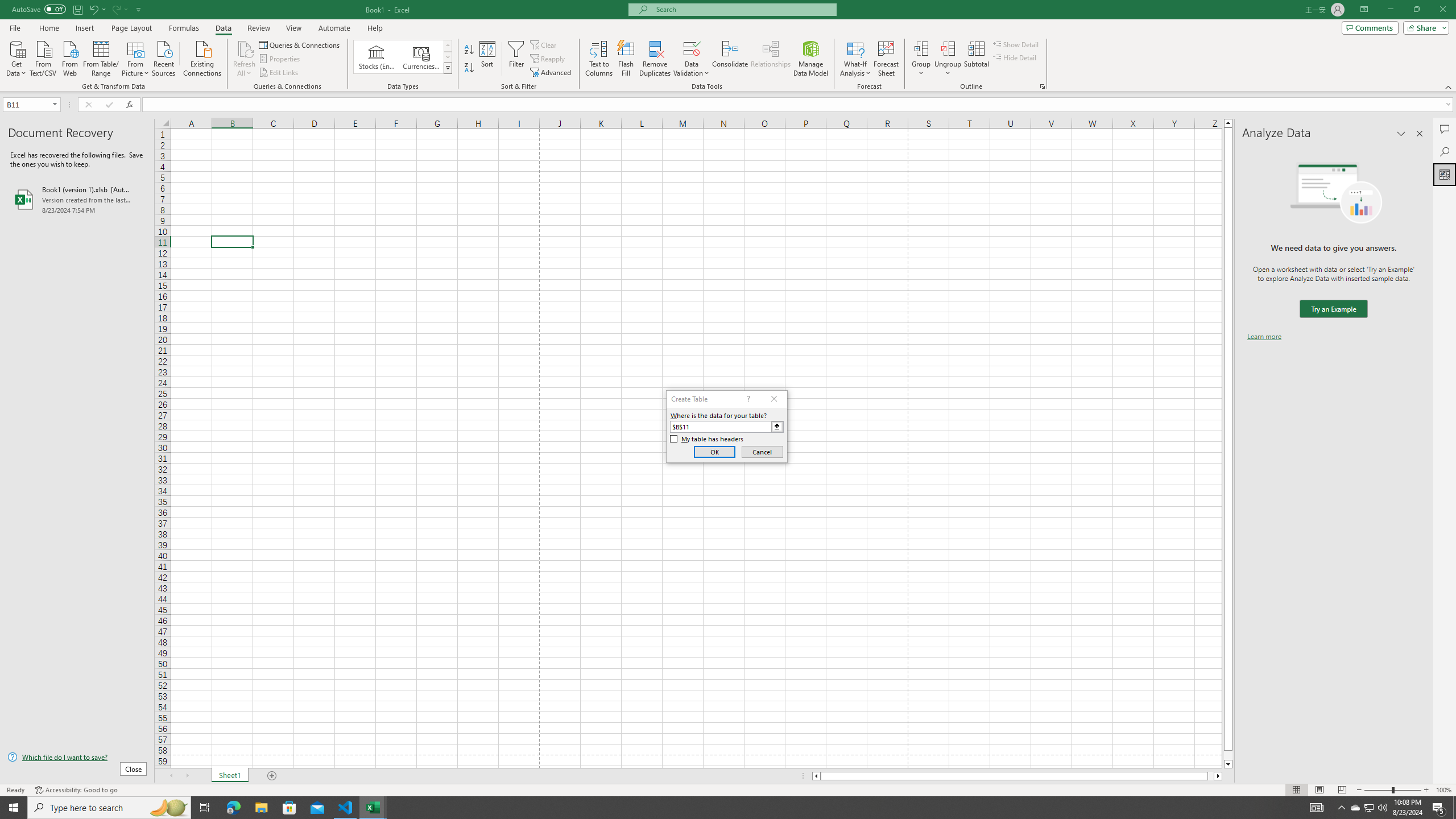 The width and height of the screenshot is (1456, 819). I want to click on 'Learn more', so click(1264, 336).